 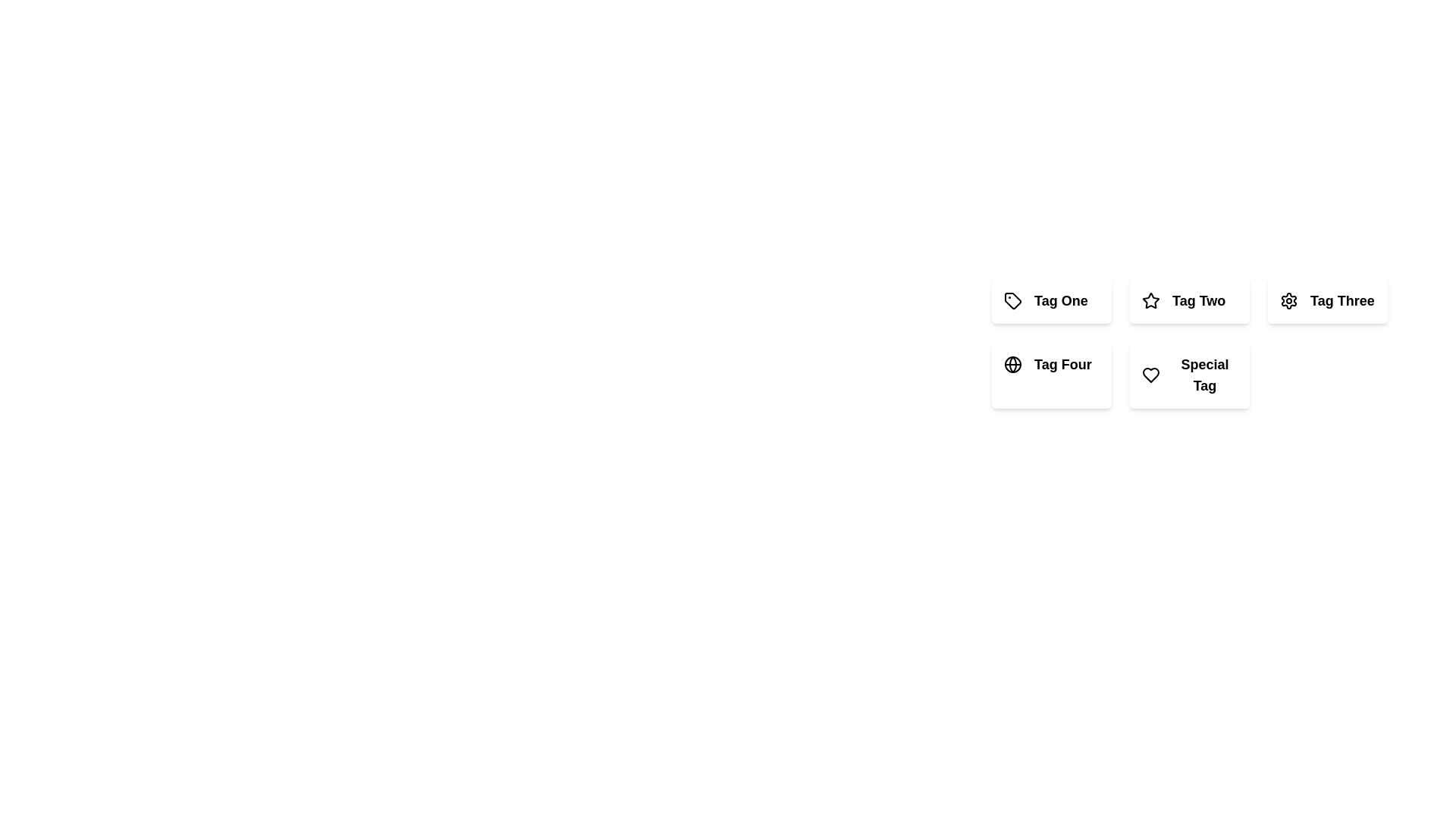 I want to click on the small tag-shaped icon with a clear black outline, positioned to the left of the text 'Tag One', so click(x=1012, y=301).